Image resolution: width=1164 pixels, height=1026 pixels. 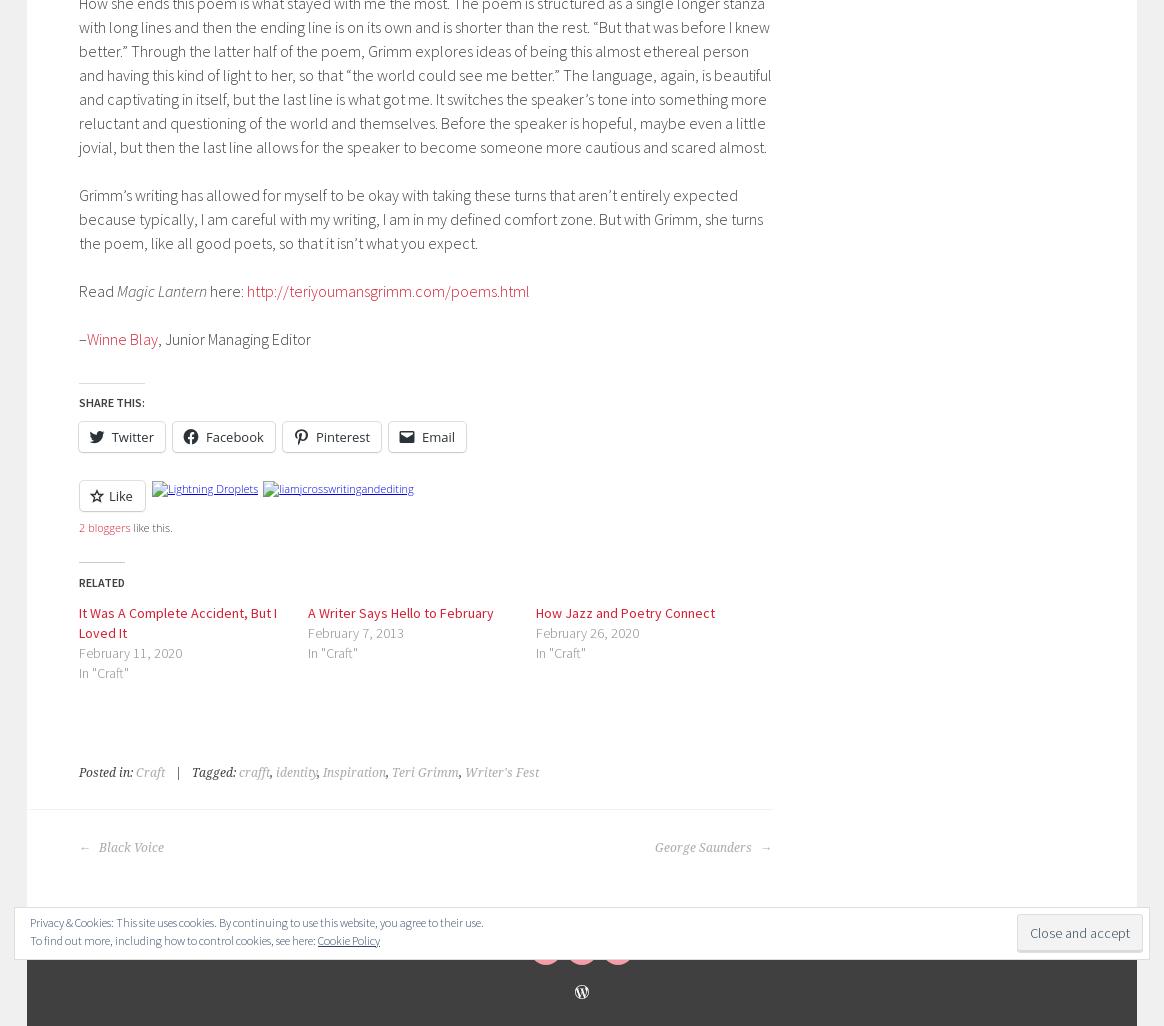 I want to click on 'identity', so click(x=295, y=771).